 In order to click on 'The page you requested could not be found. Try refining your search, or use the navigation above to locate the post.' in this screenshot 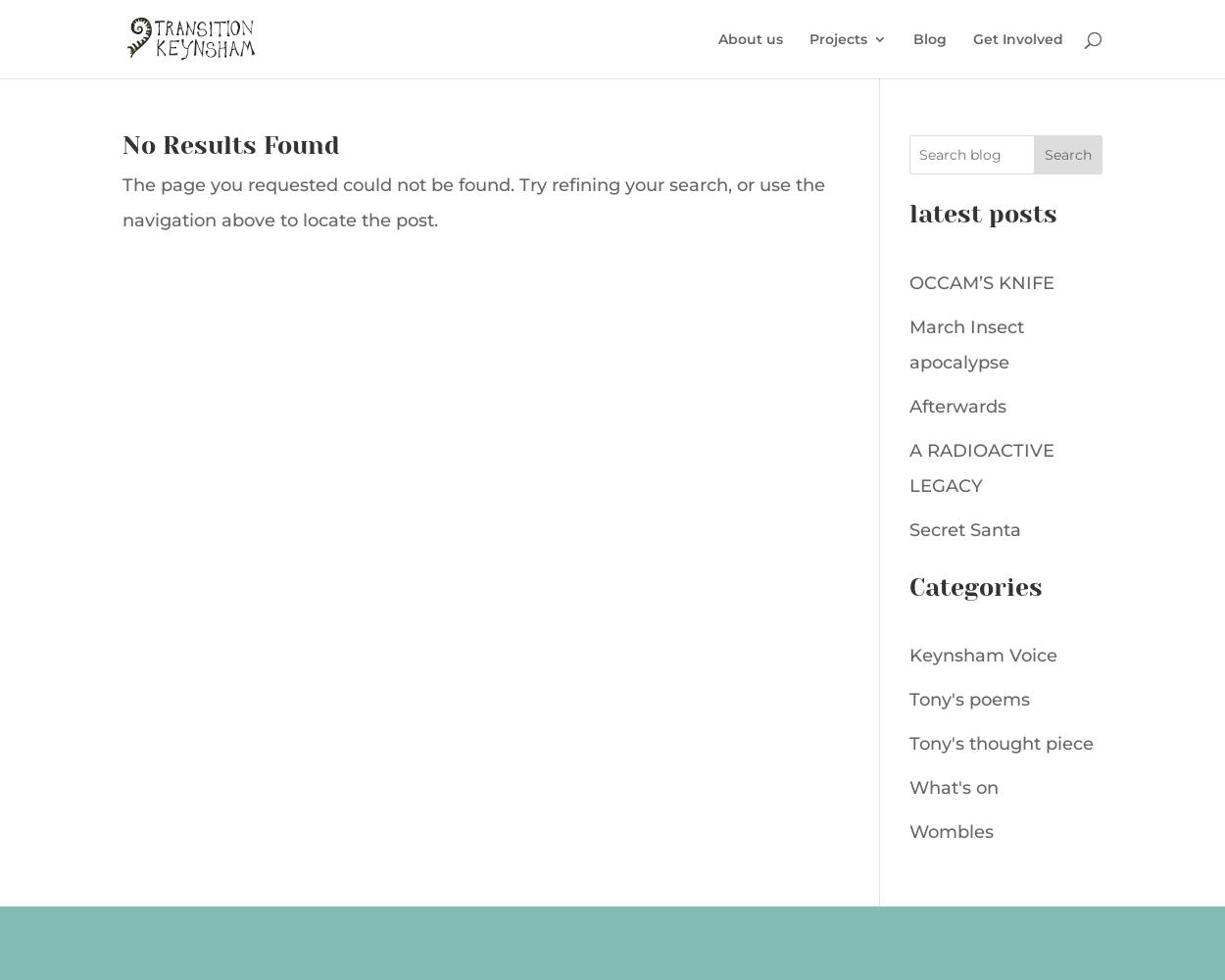, I will do `click(472, 201)`.